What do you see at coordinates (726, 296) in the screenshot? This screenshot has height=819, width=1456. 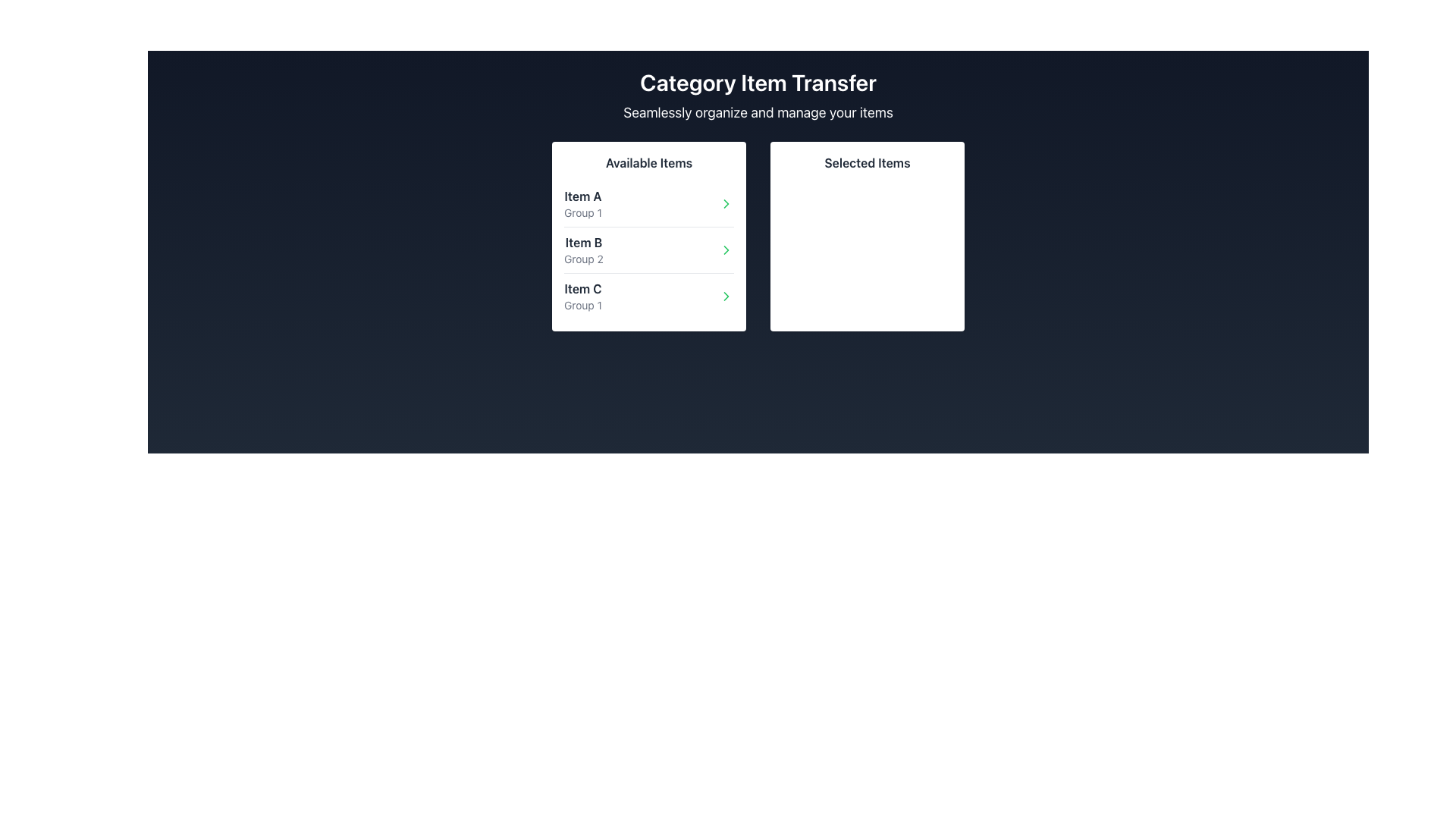 I see `the third arrow icon in the list under 'Available Items'` at bounding box center [726, 296].